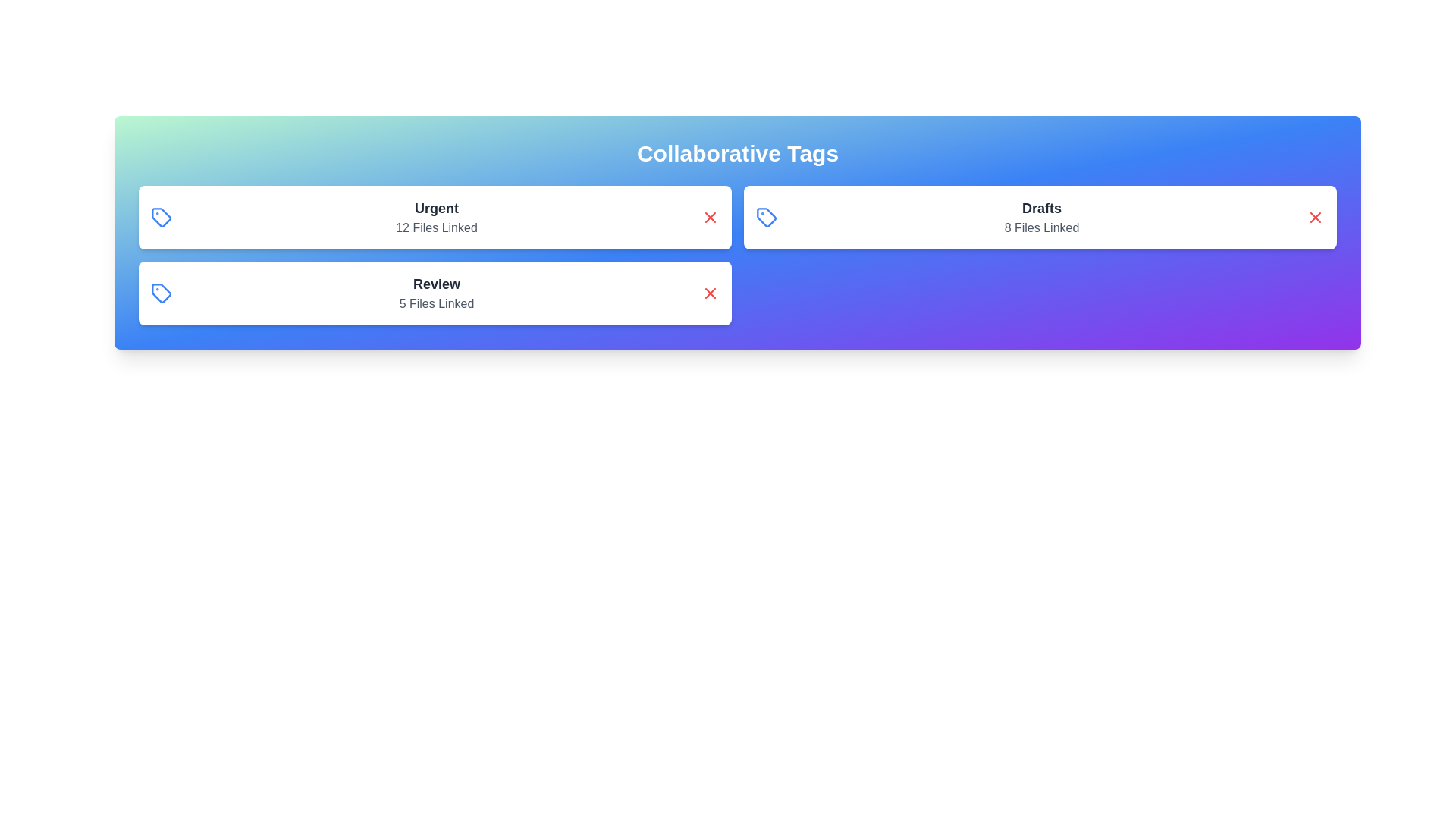 This screenshot has height=819, width=1456. Describe the element at coordinates (435, 293) in the screenshot. I see `the tag card for Review` at that location.